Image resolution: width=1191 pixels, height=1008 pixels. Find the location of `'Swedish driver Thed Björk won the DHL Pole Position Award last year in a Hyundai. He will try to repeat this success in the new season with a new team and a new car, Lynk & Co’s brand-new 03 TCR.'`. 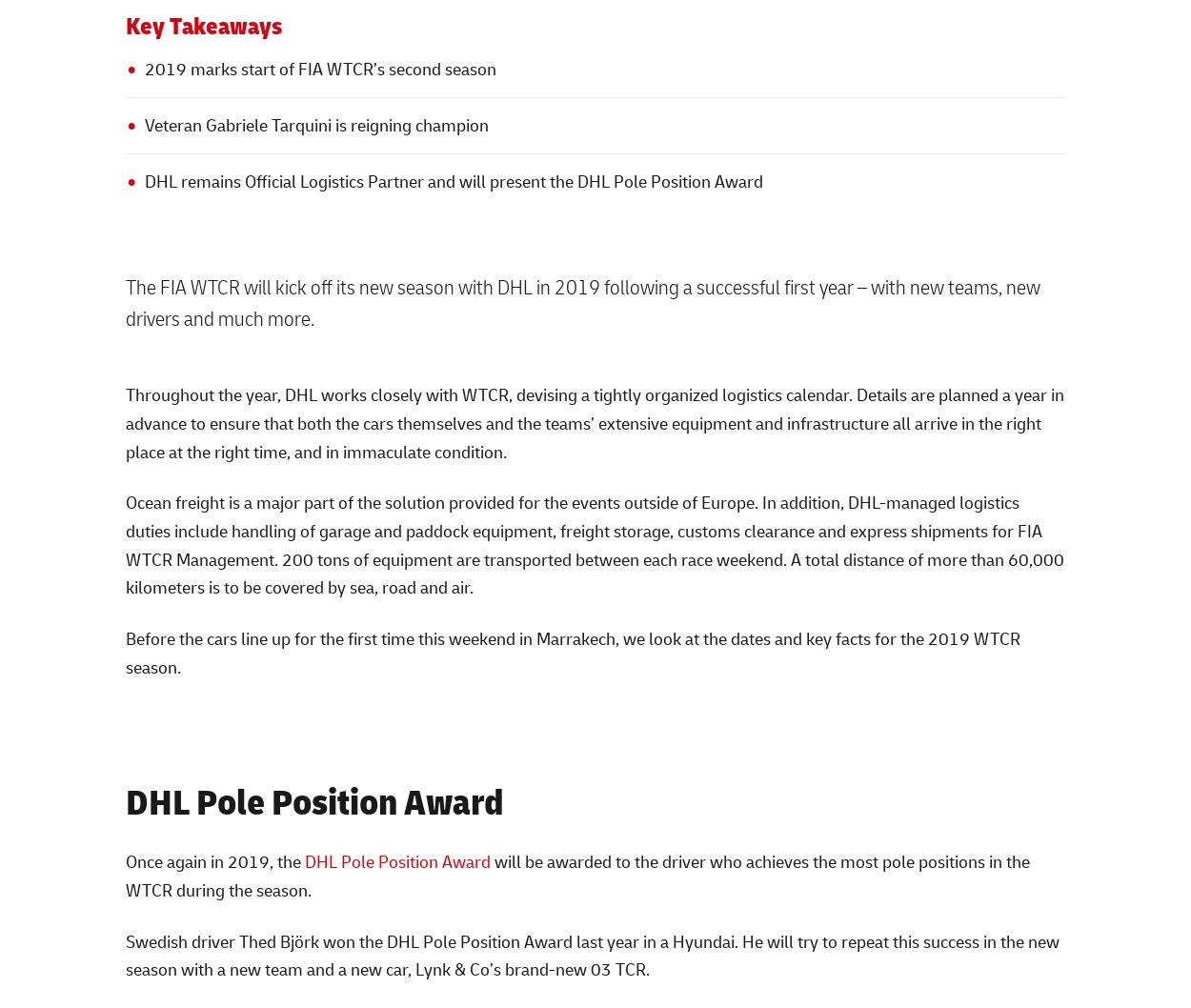

'Swedish driver Thed Björk won the DHL Pole Position Award last year in a Hyundai. He will try to repeat this success in the new season with a new team and a new car, Lynk & Co’s brand-new 03 TCR.' is located at coordinates (591, 954).